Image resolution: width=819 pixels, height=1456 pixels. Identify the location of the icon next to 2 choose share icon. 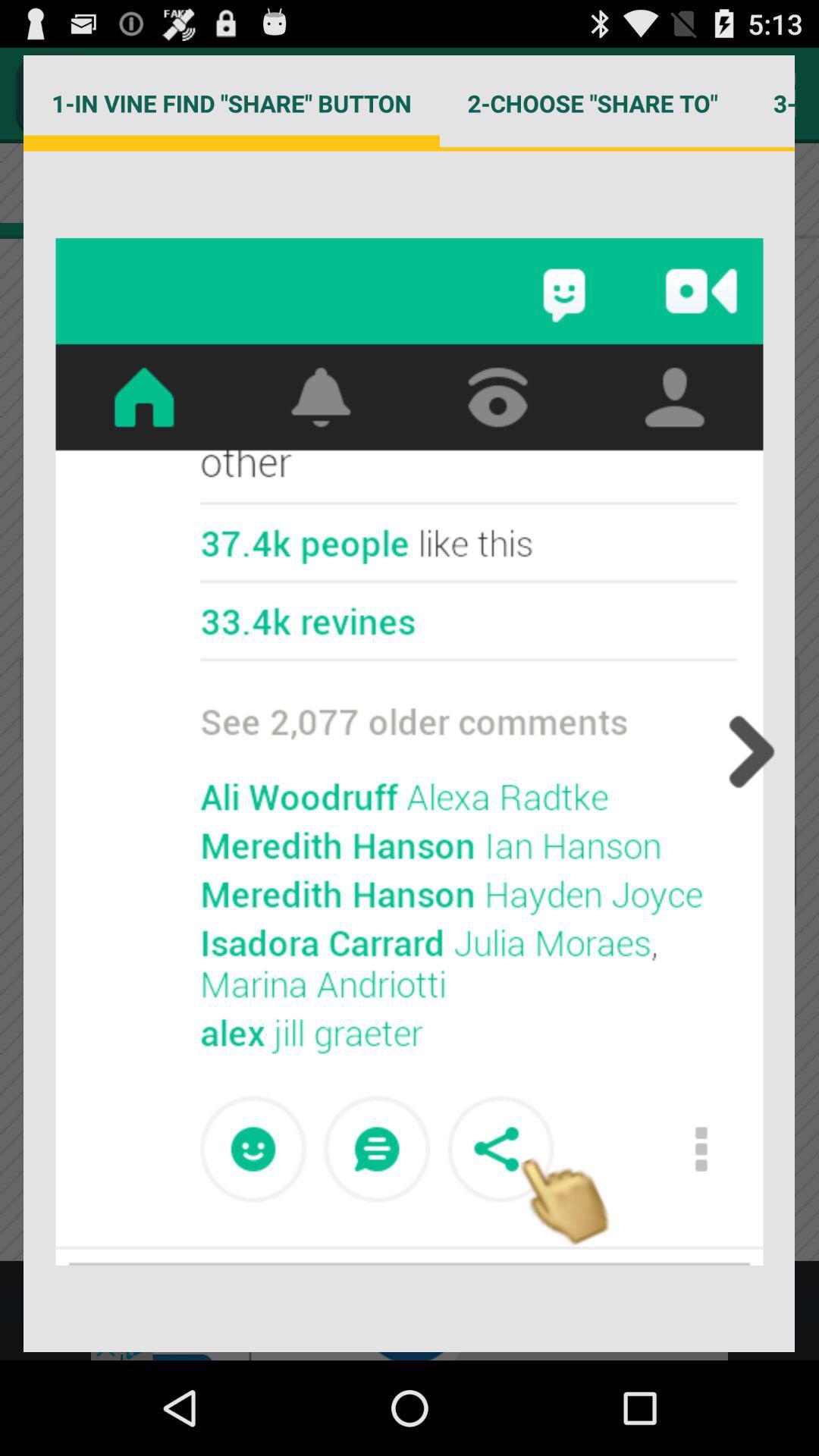
(770, 102).